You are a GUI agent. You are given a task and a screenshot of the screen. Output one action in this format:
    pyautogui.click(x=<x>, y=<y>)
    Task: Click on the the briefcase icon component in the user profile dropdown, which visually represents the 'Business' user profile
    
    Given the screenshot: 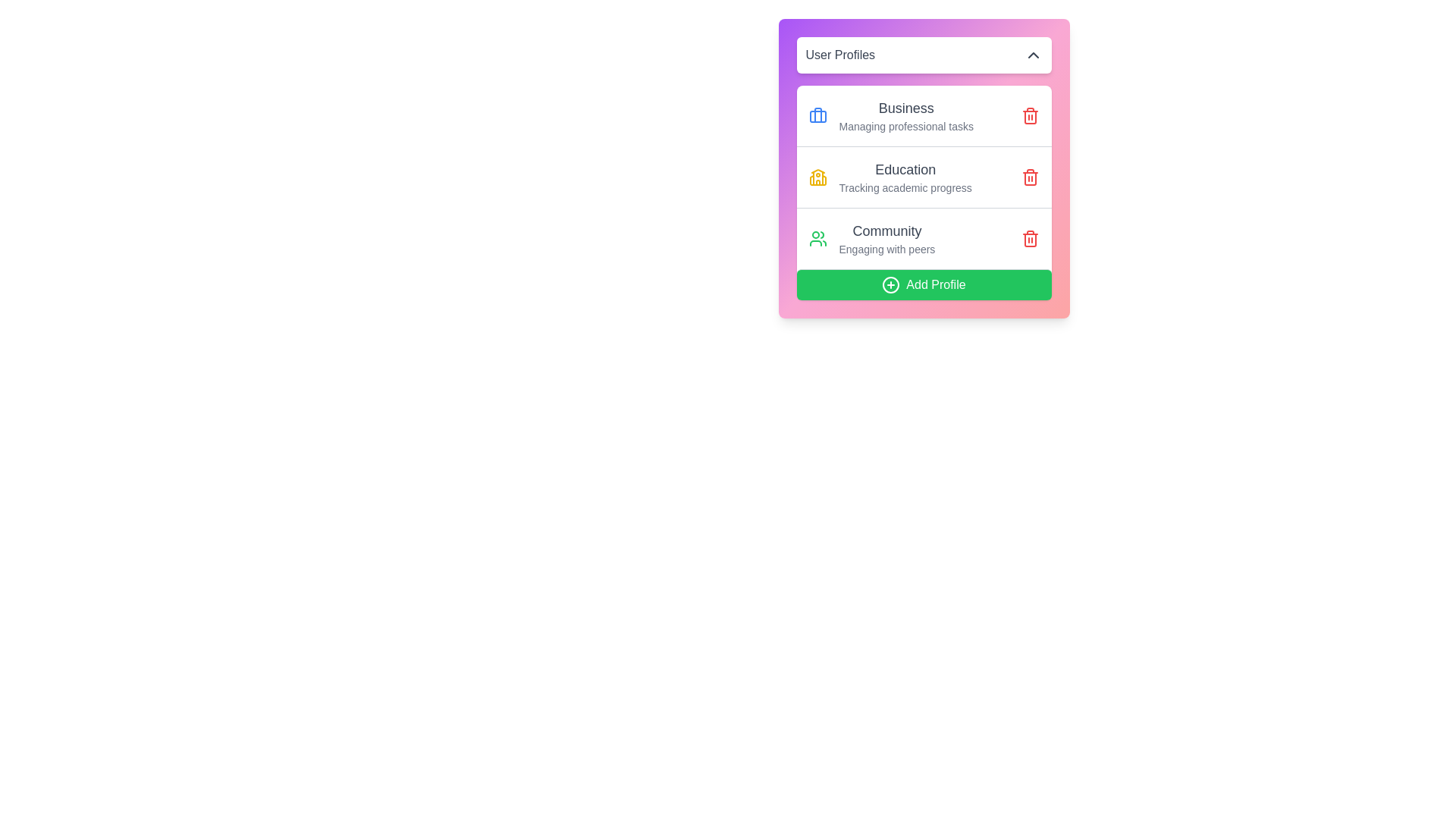 What is the action you would take?
    pyautogui.click(x=817, y=116)
    